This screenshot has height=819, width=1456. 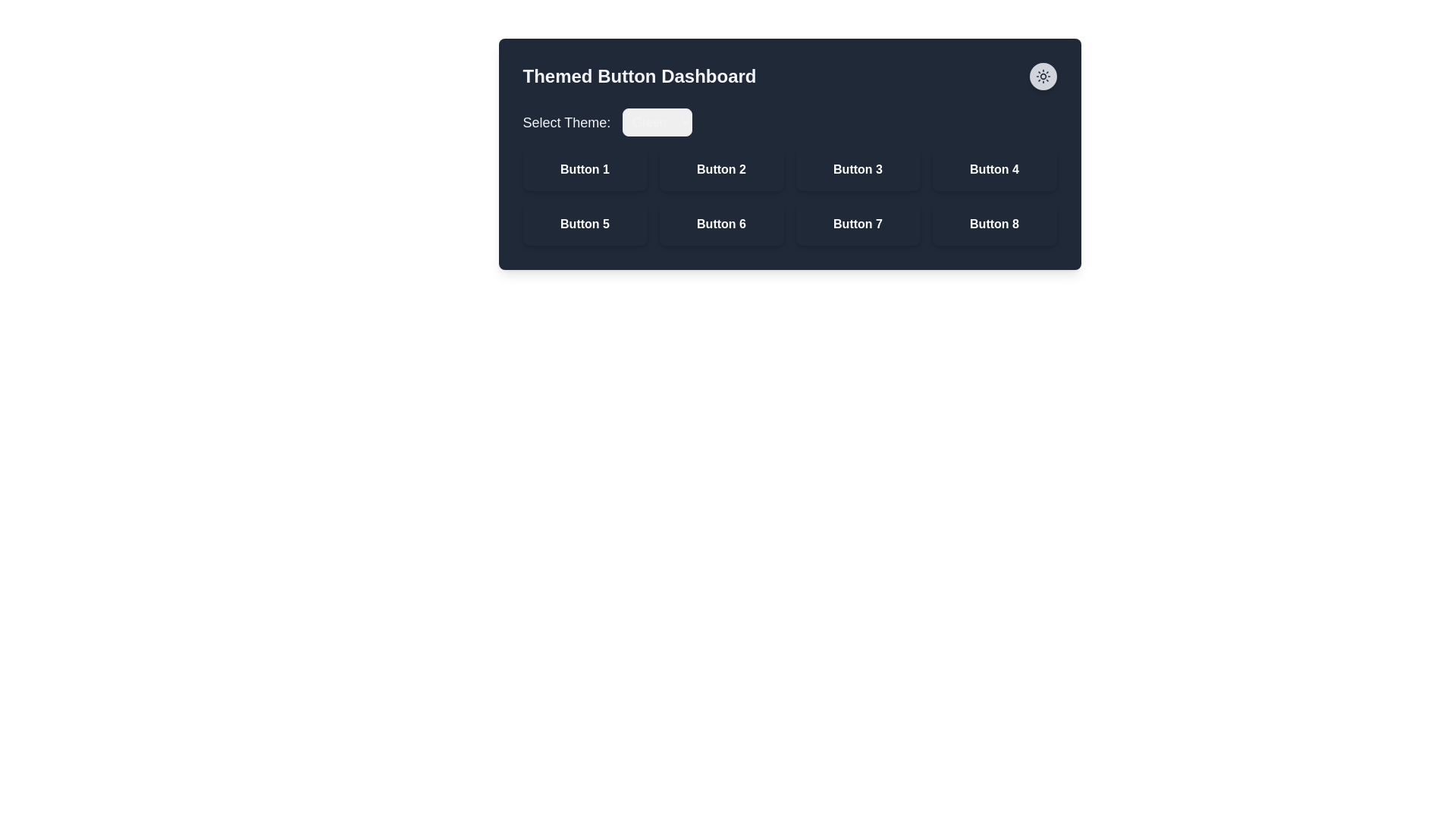 What do you see at coordinates (994, 169) in the screenshot?
I see `the green button labeled 'Button 4' to activate its hover effects` at bounding box center [994, 169].